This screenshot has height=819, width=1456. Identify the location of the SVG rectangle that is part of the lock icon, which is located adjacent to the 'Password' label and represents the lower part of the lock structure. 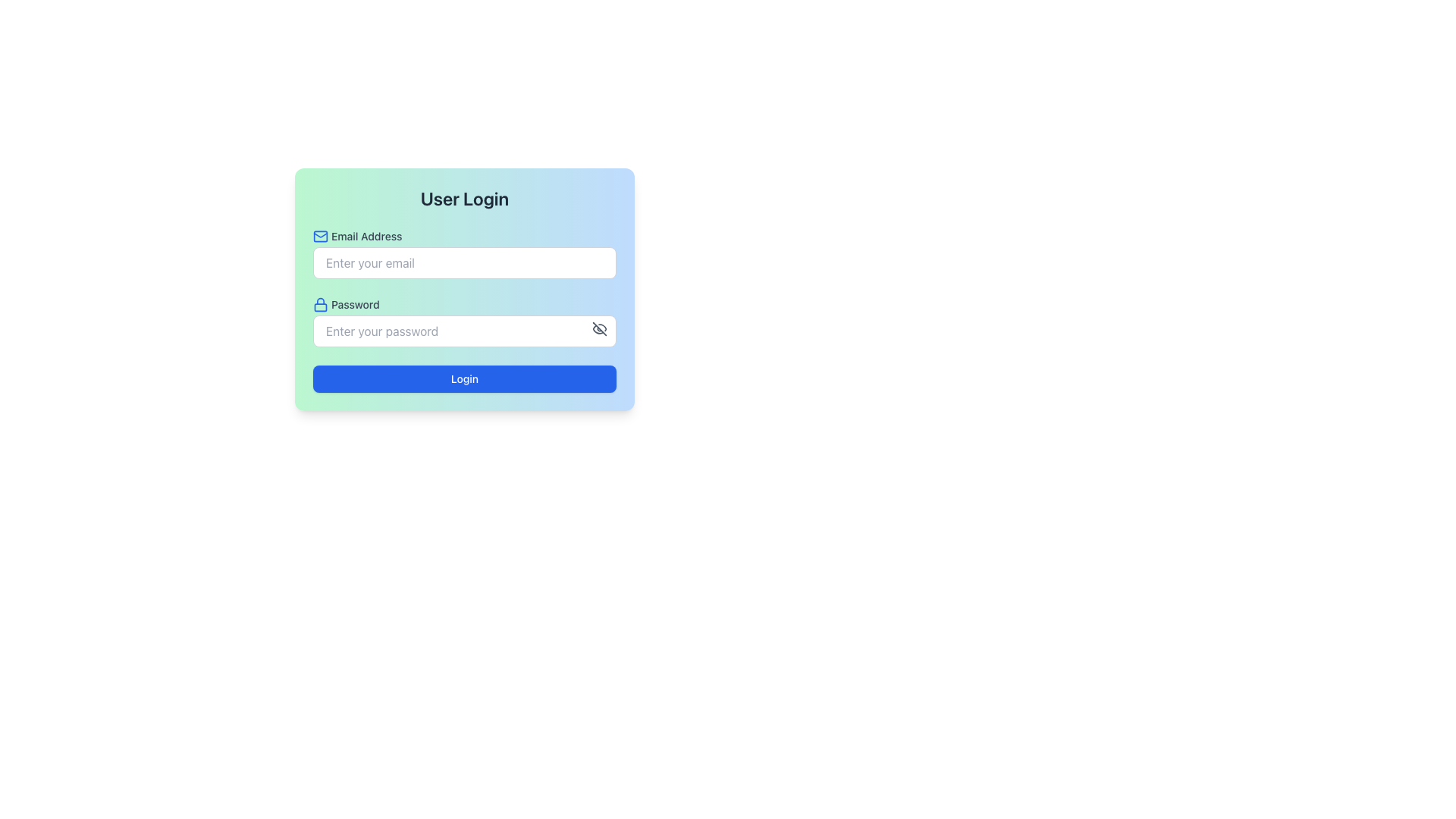
(319, 307).